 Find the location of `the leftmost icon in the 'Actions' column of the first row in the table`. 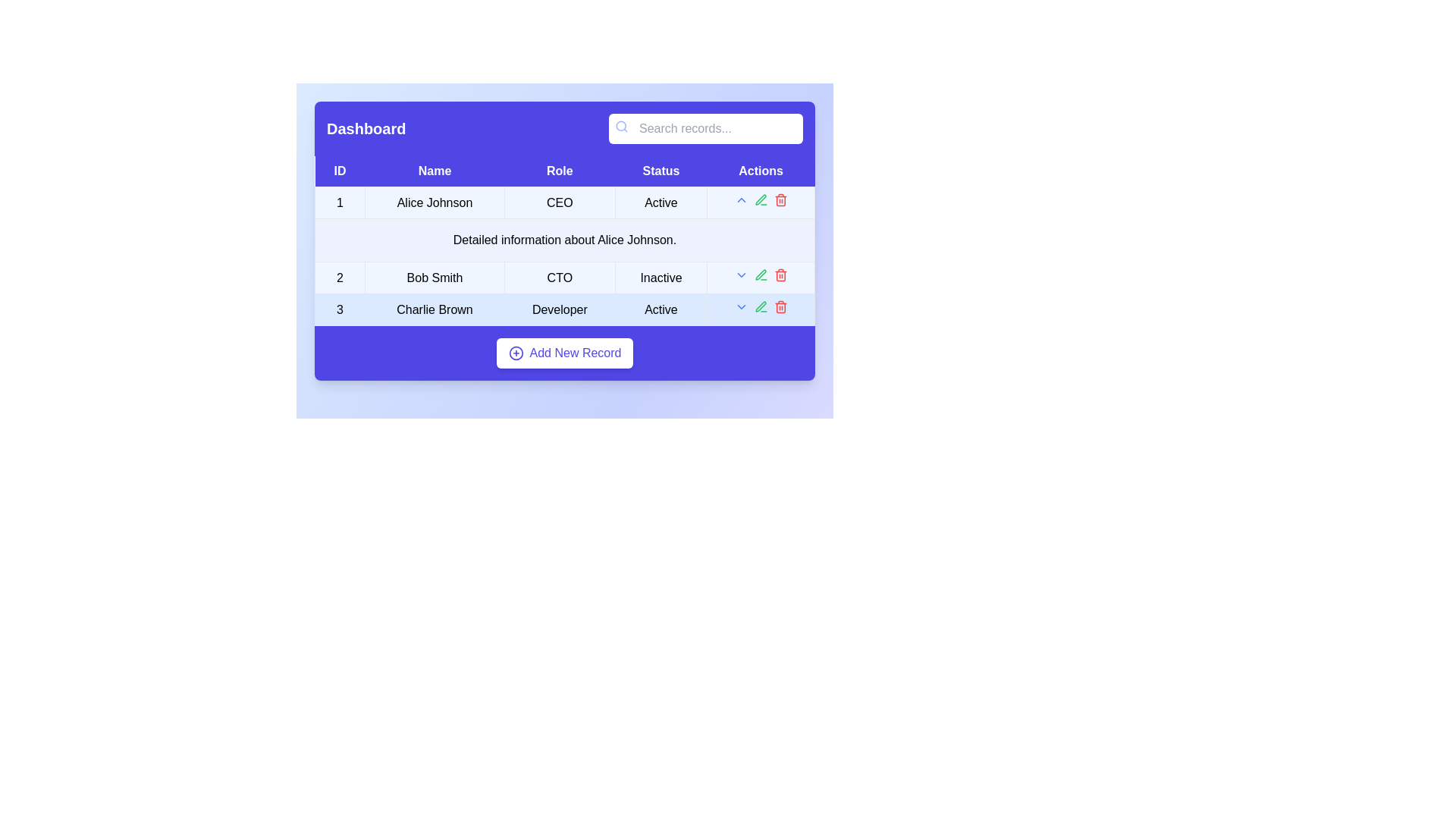

the leftmost icon in the 'Actions' column of the first row in the table is located at coordinates (741, 199).